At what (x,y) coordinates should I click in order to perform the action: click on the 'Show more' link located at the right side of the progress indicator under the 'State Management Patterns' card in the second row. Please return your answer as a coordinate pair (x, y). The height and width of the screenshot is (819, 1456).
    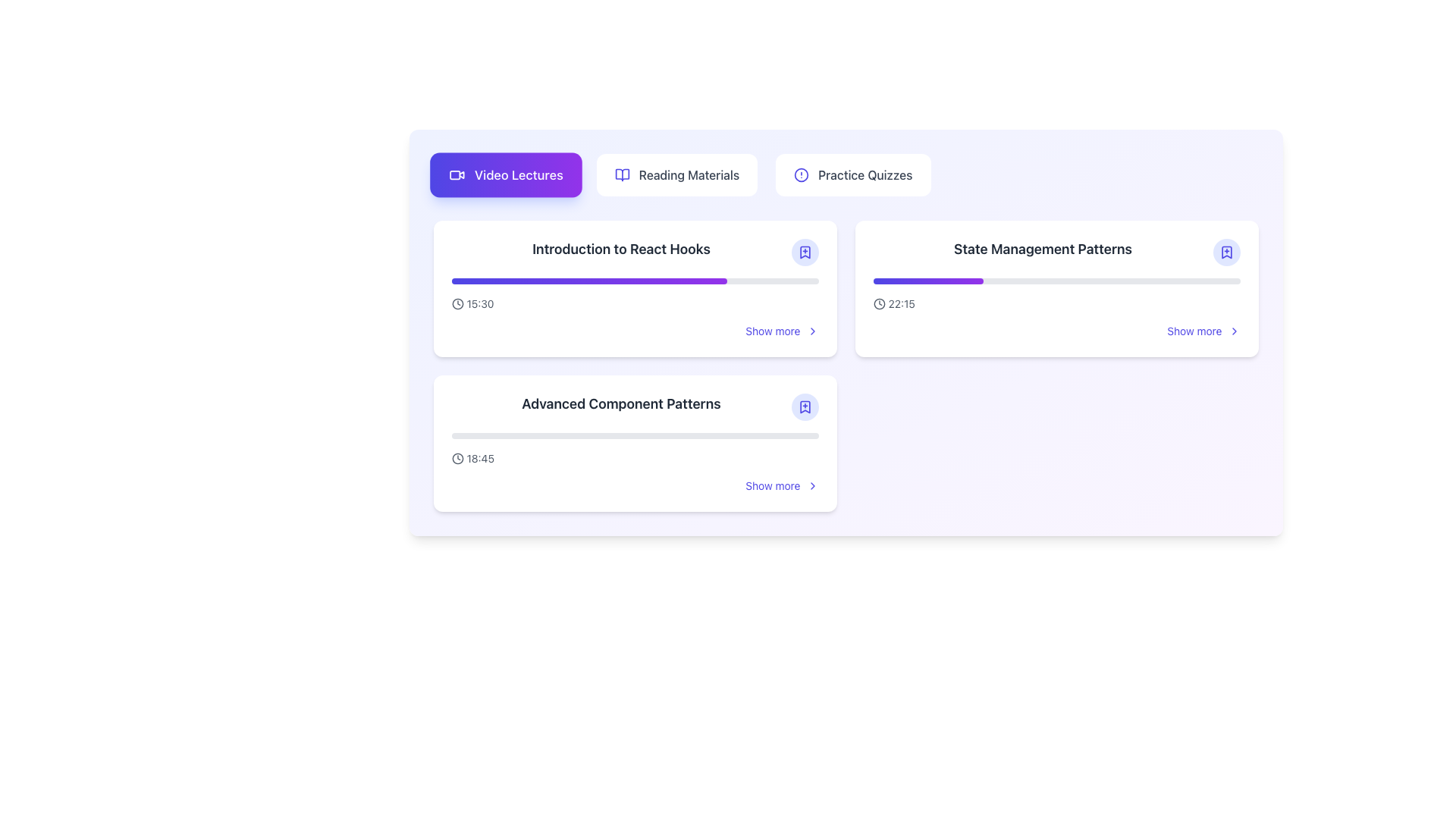
    Looking at the image, I should click on (1056, 308).